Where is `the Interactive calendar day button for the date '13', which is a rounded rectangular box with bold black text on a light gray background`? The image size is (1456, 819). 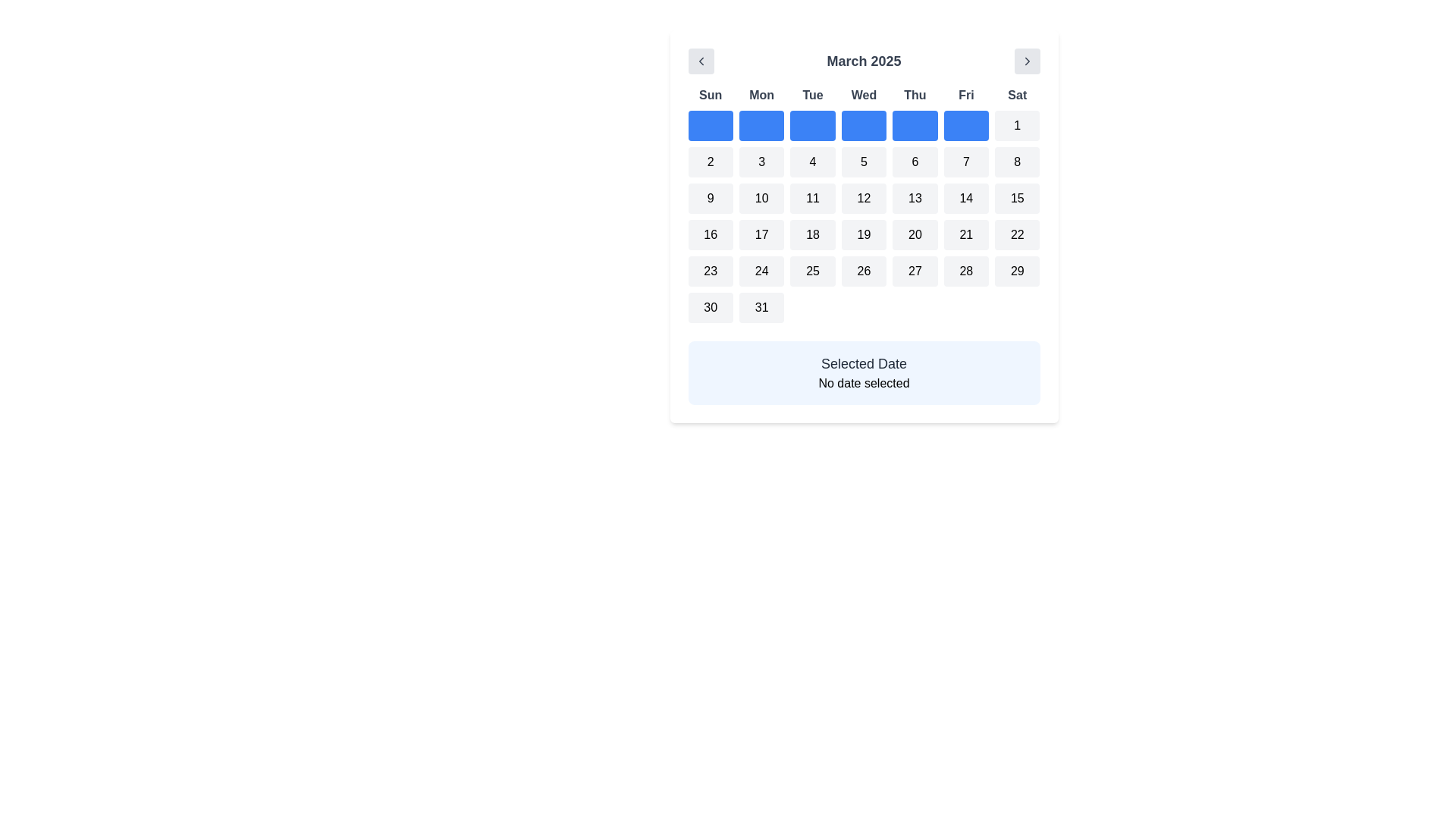 the Interactive calendar day button for the date '13', which is a rounded rectangular box with bold black text on a light gray background is located at coordinates (914, 198).